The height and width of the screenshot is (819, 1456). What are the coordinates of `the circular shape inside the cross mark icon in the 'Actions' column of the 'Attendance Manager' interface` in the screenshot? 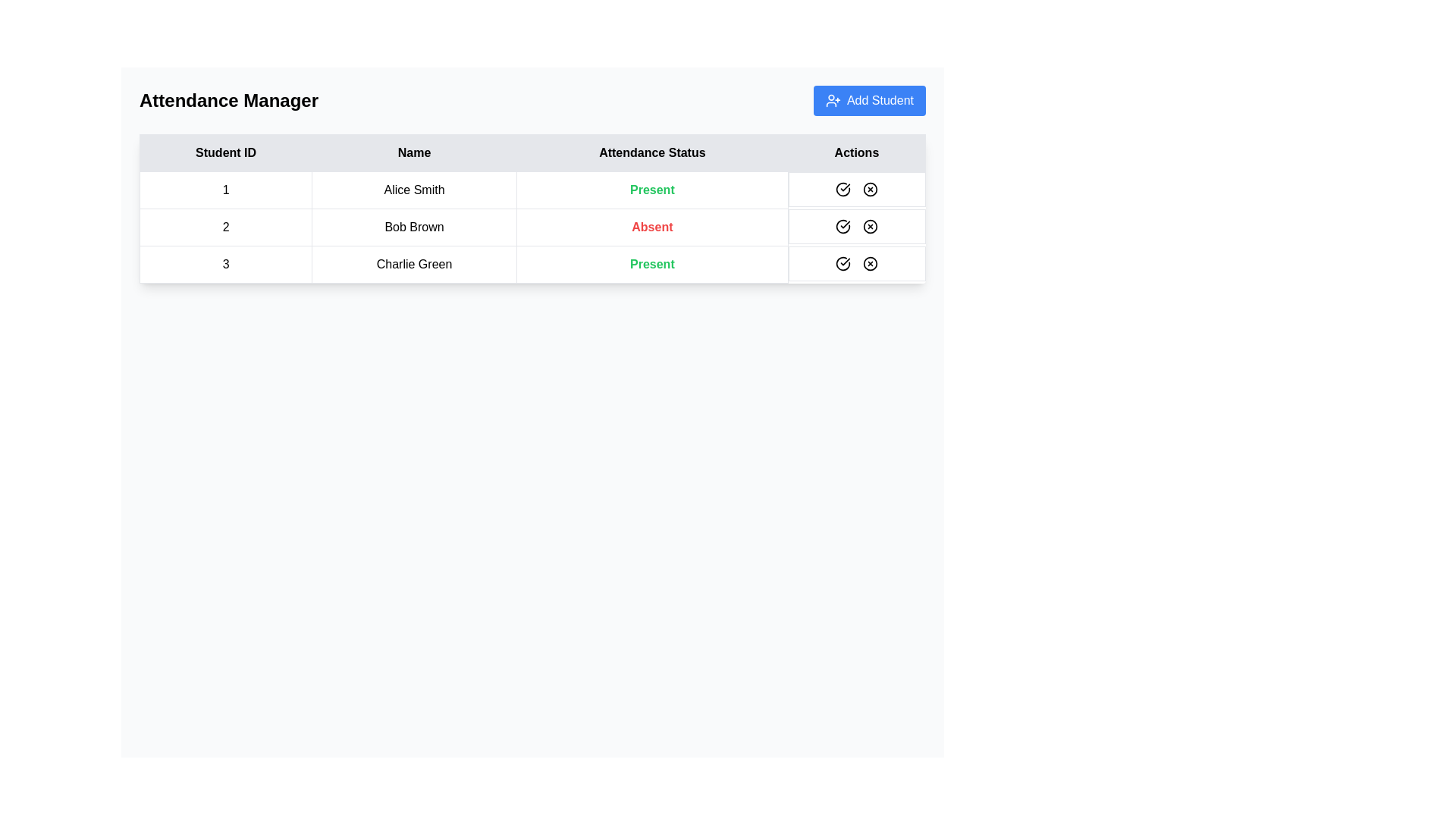 It's located at (871, 189).